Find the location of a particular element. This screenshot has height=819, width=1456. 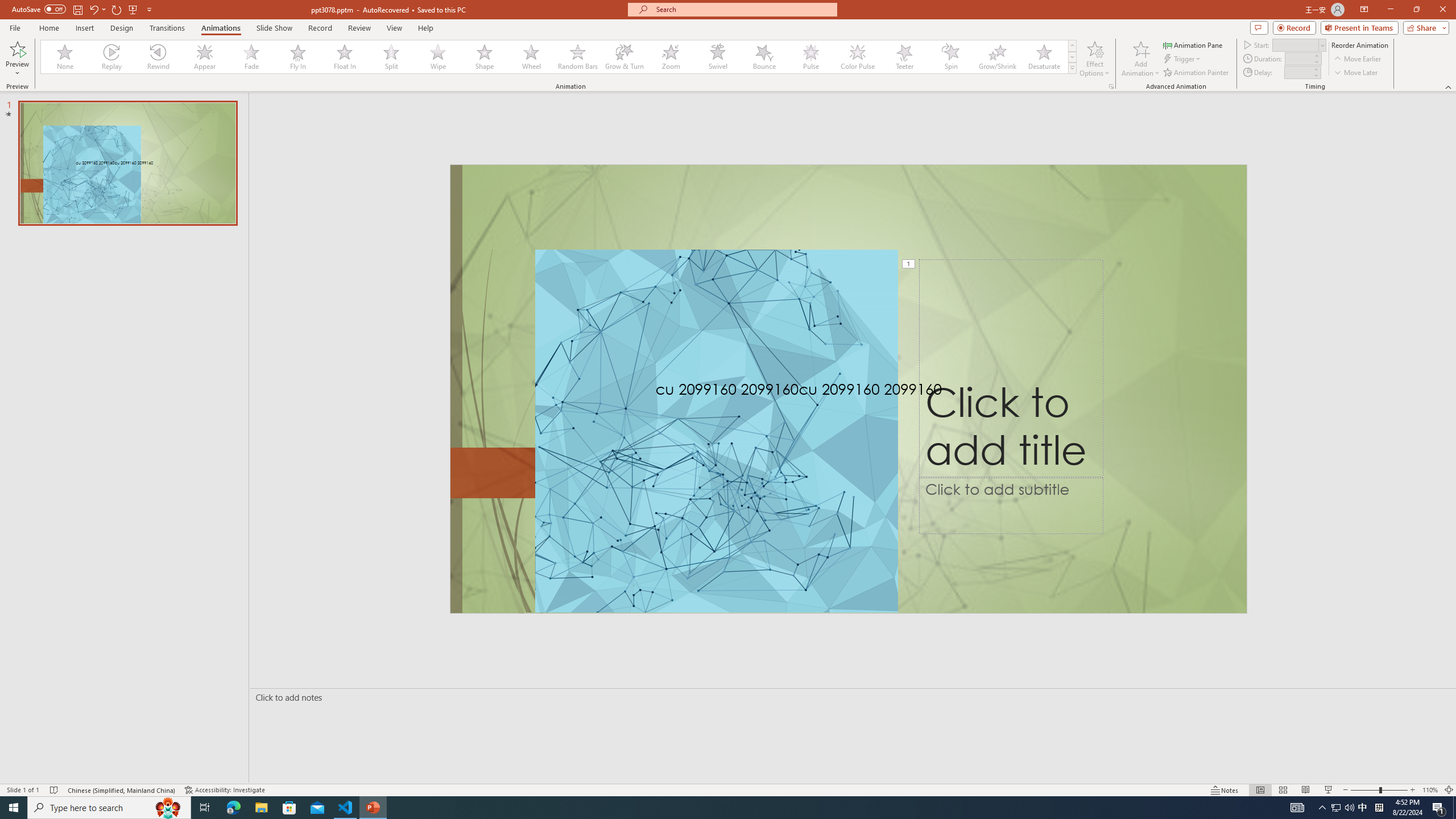

'Color Pulse' is located at coordinates (857, 56).